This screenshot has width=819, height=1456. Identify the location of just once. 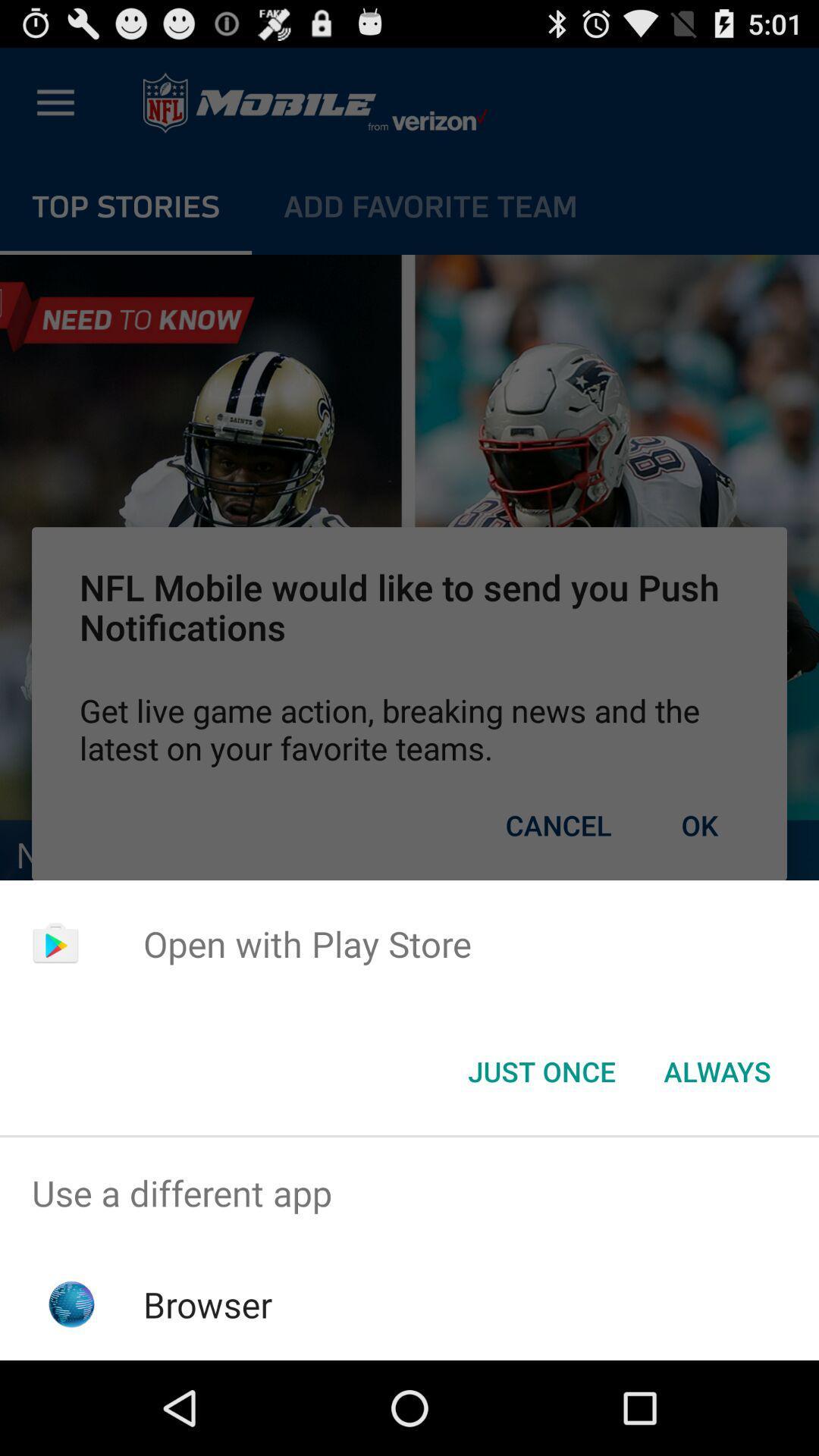
(541, 1070).